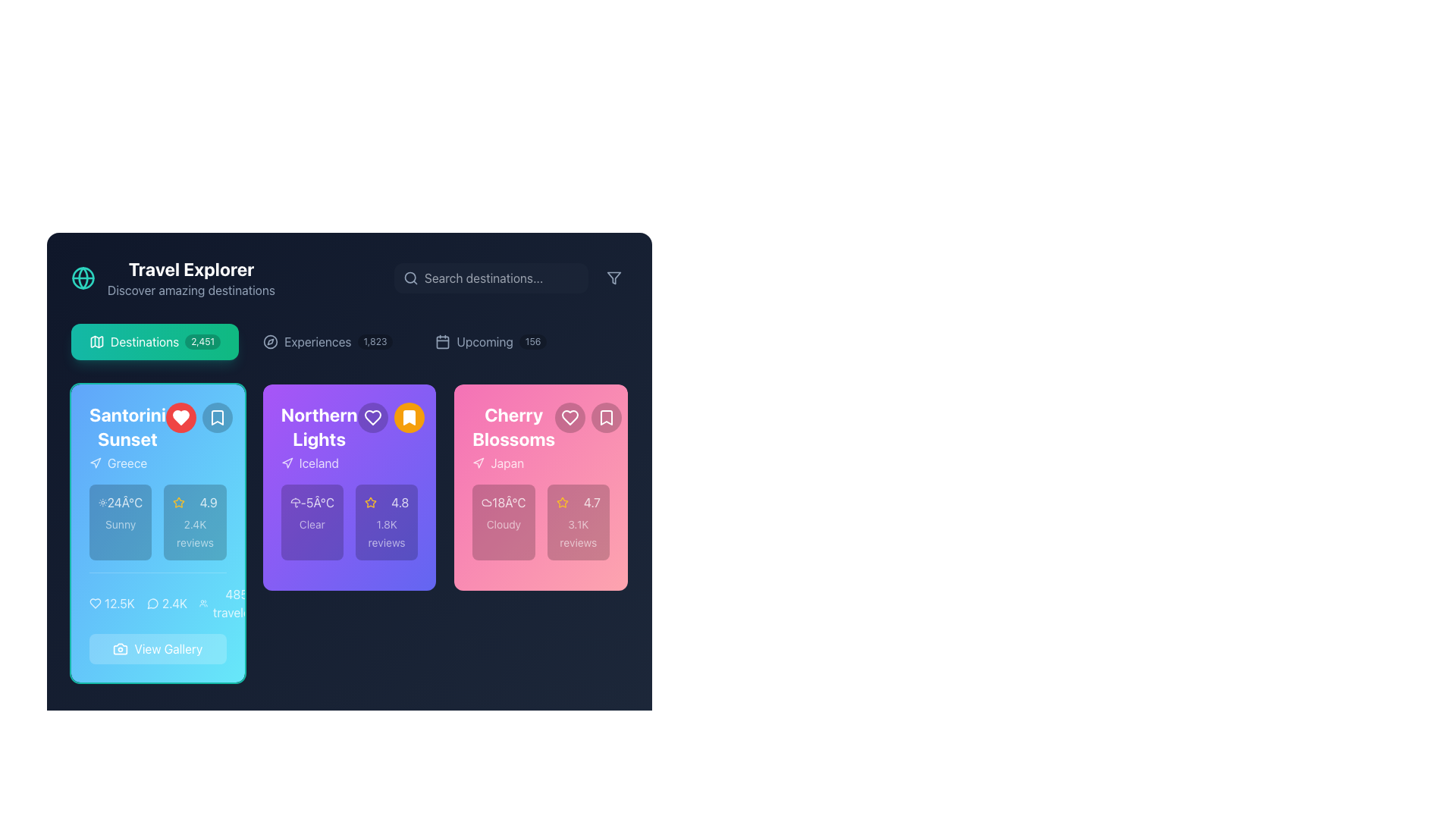 This screenshot has width=1456, height=819. Describe the element at coordinates (179, 502) in the screenshot. I see `the star-shaped rating icon with a yellow color fill located within the purple card labeled 'Northern Lights' to interact with it for rating purposes` at that location.